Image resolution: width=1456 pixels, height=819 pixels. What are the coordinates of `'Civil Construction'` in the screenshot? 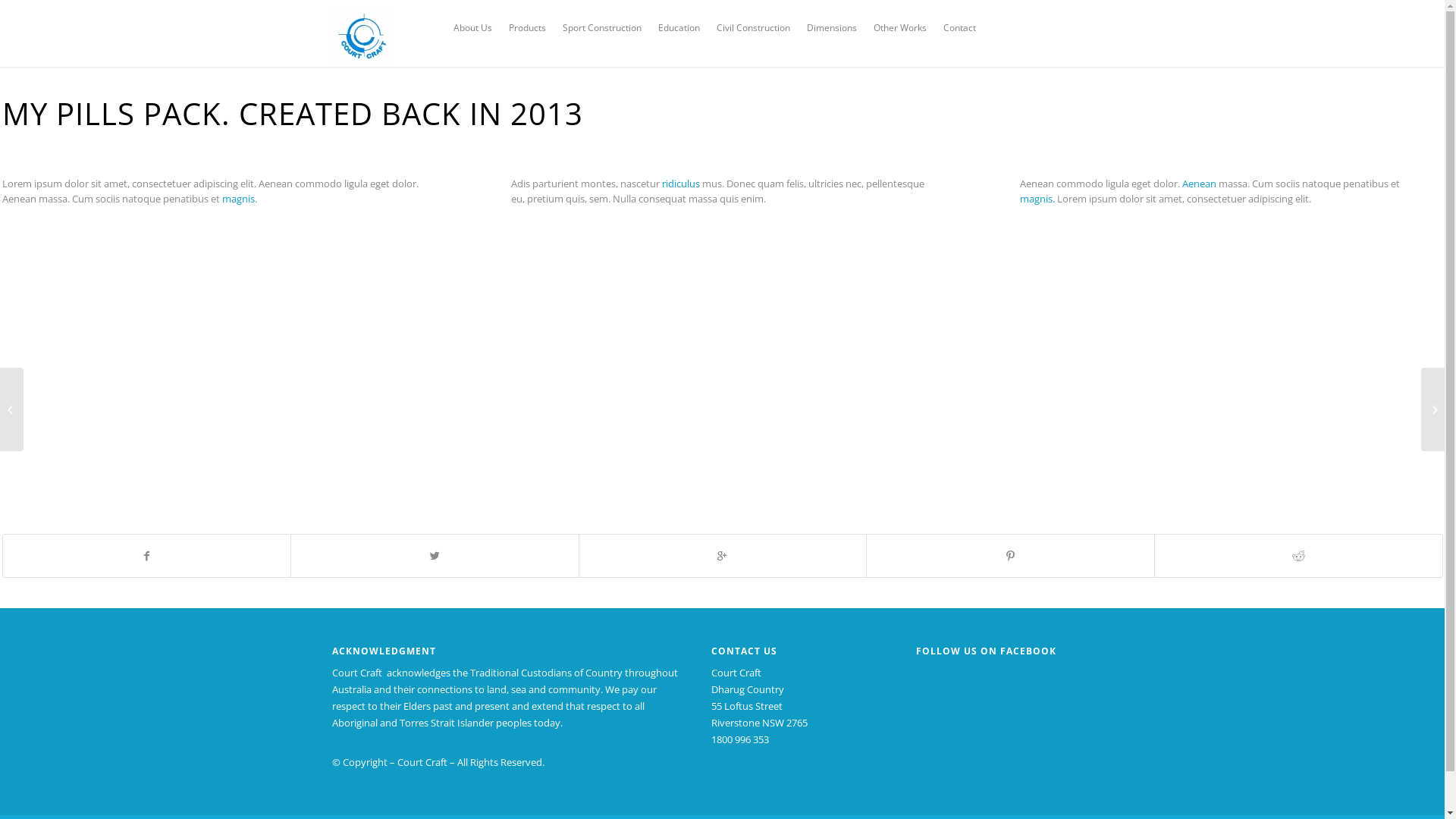 It's located at (753, 28).